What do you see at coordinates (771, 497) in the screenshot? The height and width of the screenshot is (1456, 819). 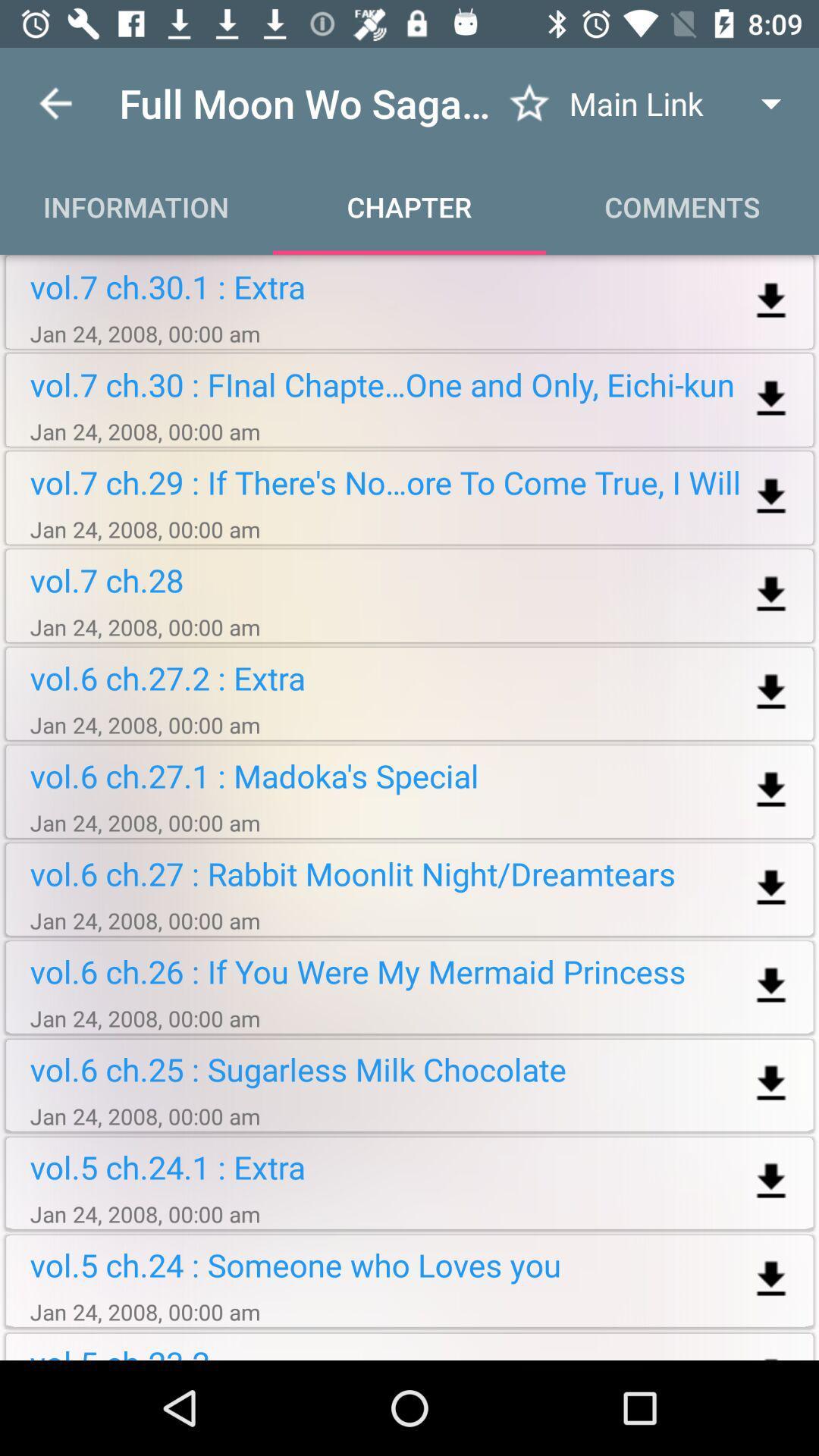 I see `download the file` at bounding box center [771, 497].